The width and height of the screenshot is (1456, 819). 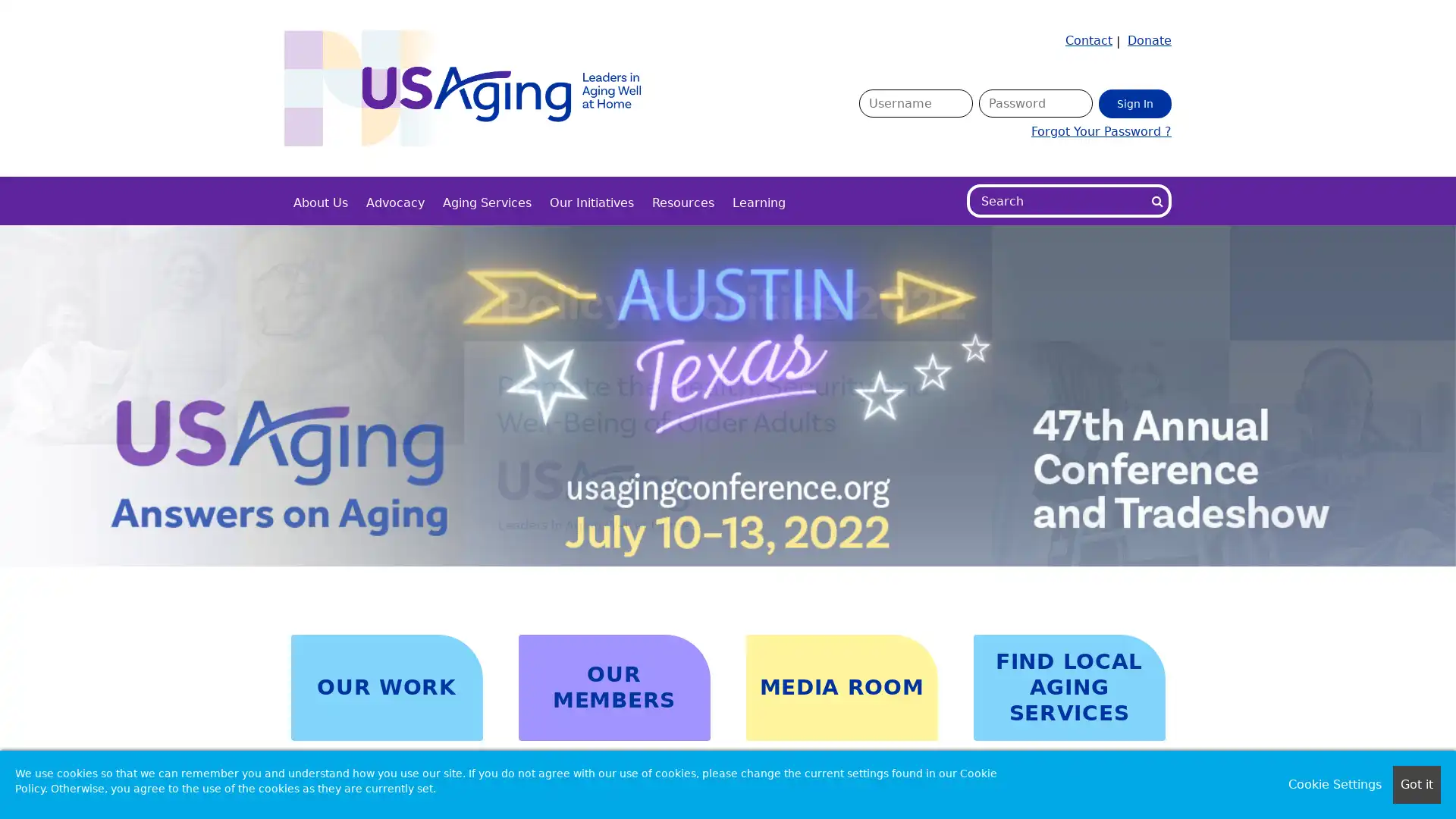 I want to click on Got it, so click(x=1416, y=784).